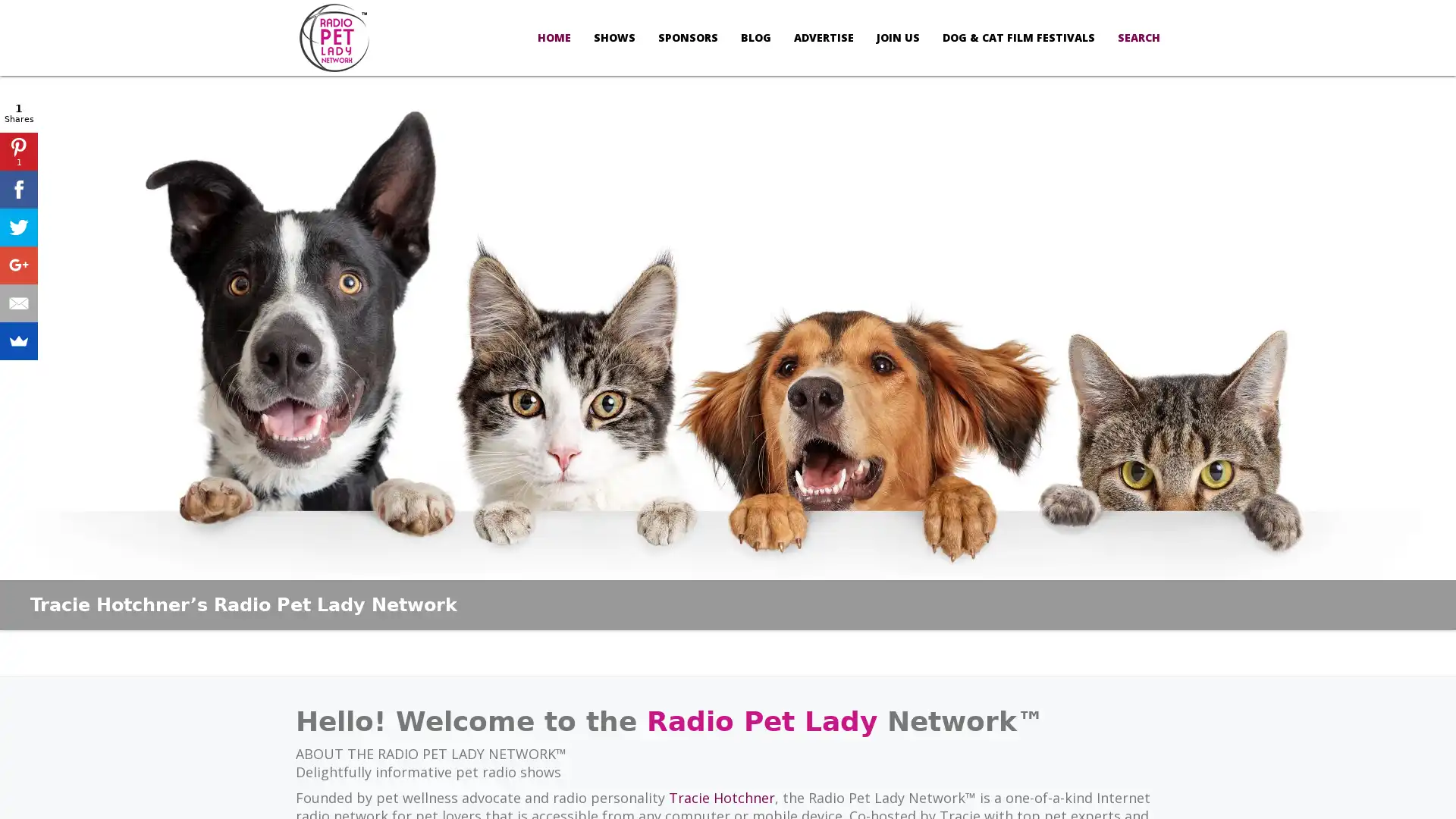 The height and width of the screenshot is (819, 1456). I want to click on Close, so click(1012, 253).